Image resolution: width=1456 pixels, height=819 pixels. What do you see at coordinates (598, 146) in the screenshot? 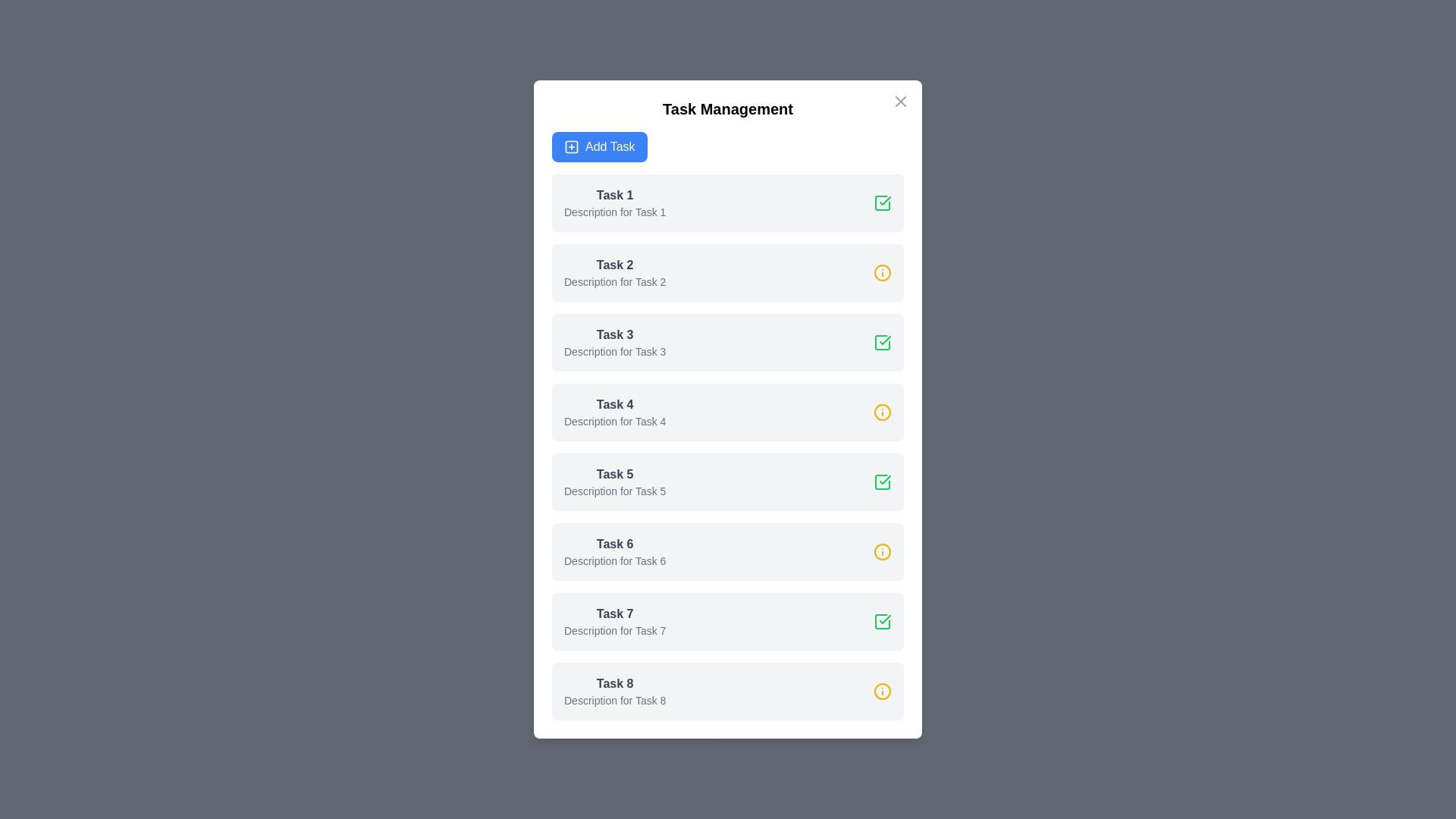
I see `the 'Add Task' button to initiate the process of adding a new task` at bounding box center [598, 146].